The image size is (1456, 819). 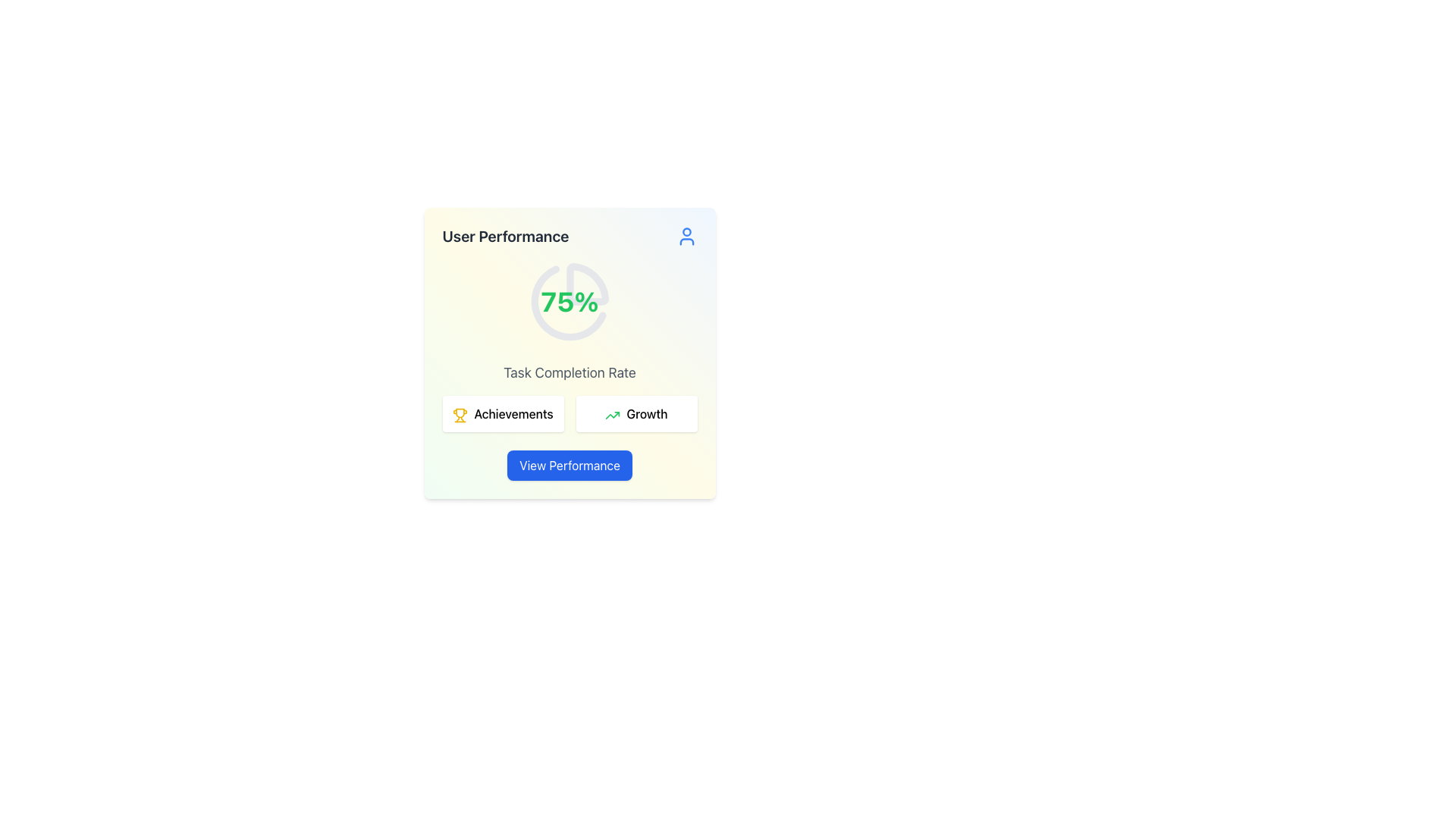 What do you see at coordinates (503, 414) in the screenshot?
I see `the Label card with a trophy icon and the text 'Achievements', which is the first card in the left column of a two-column grid layout` at bounding box center [503, 414].